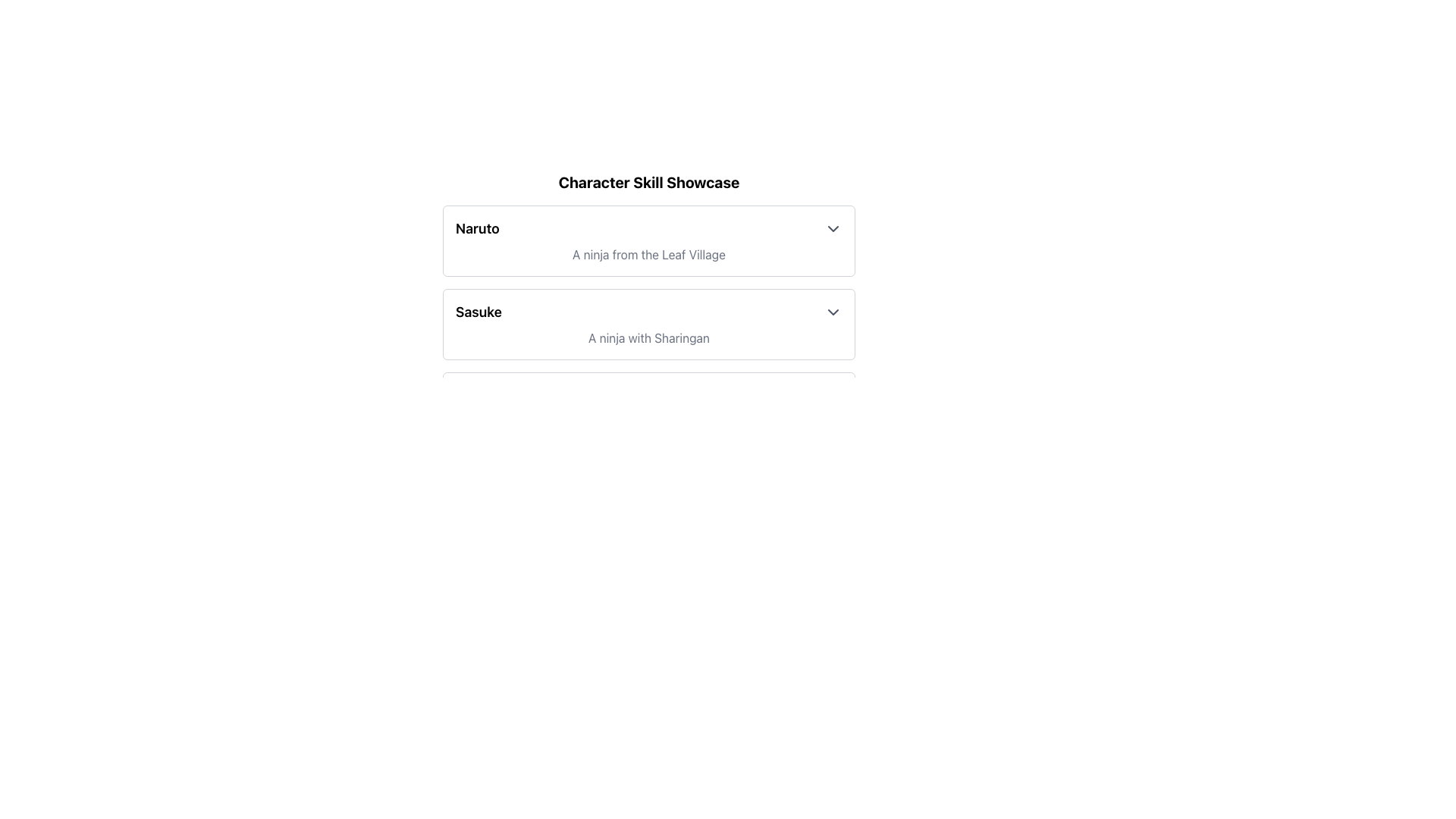 Image resolution: width=1456 pixels, height=819 pixels. What do you see at coordinates (648, 337) in the screenshot?
I see `the text label displaying 'A ninja with Sharingan', which is styled in gray and positioned beneath the main title 'Sasuke'` at bounding box center [648, 337].